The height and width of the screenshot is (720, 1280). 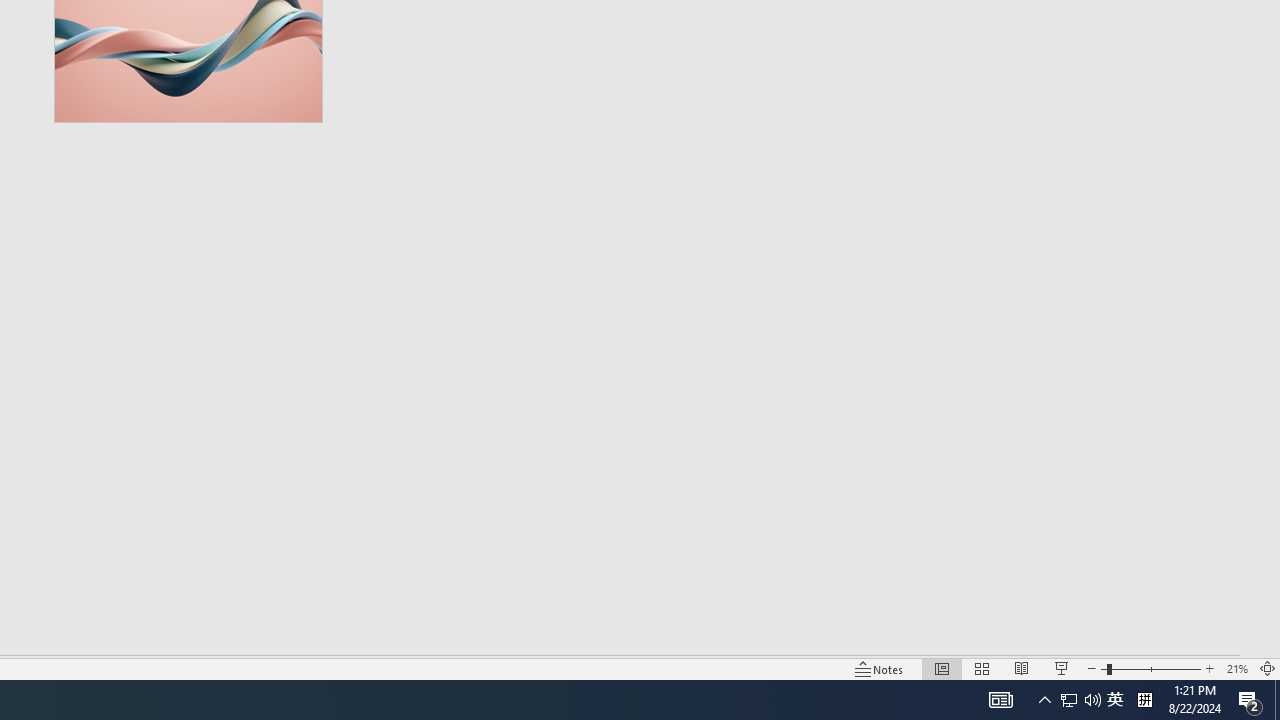 I want to click on 'Zoom 21%', so click(x=1236, y=669).